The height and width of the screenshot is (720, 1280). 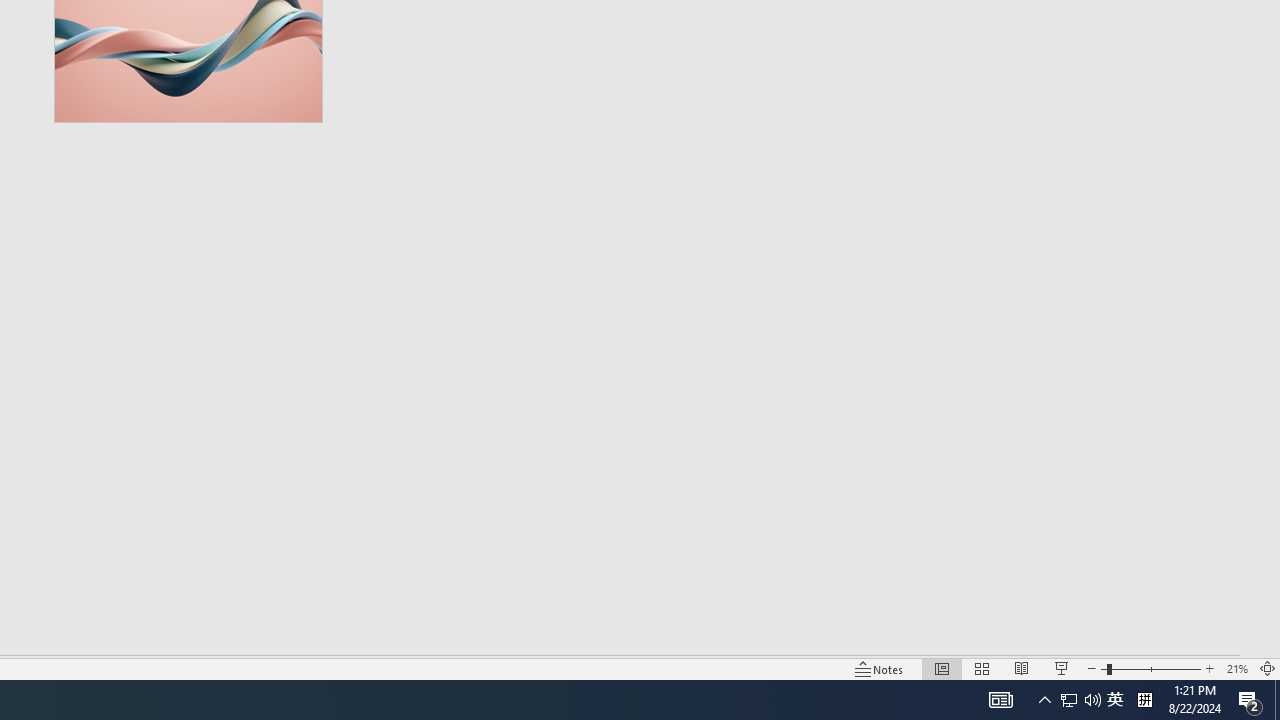 I want to click on 'Zoom 21%', so click(x=1236, y=669).